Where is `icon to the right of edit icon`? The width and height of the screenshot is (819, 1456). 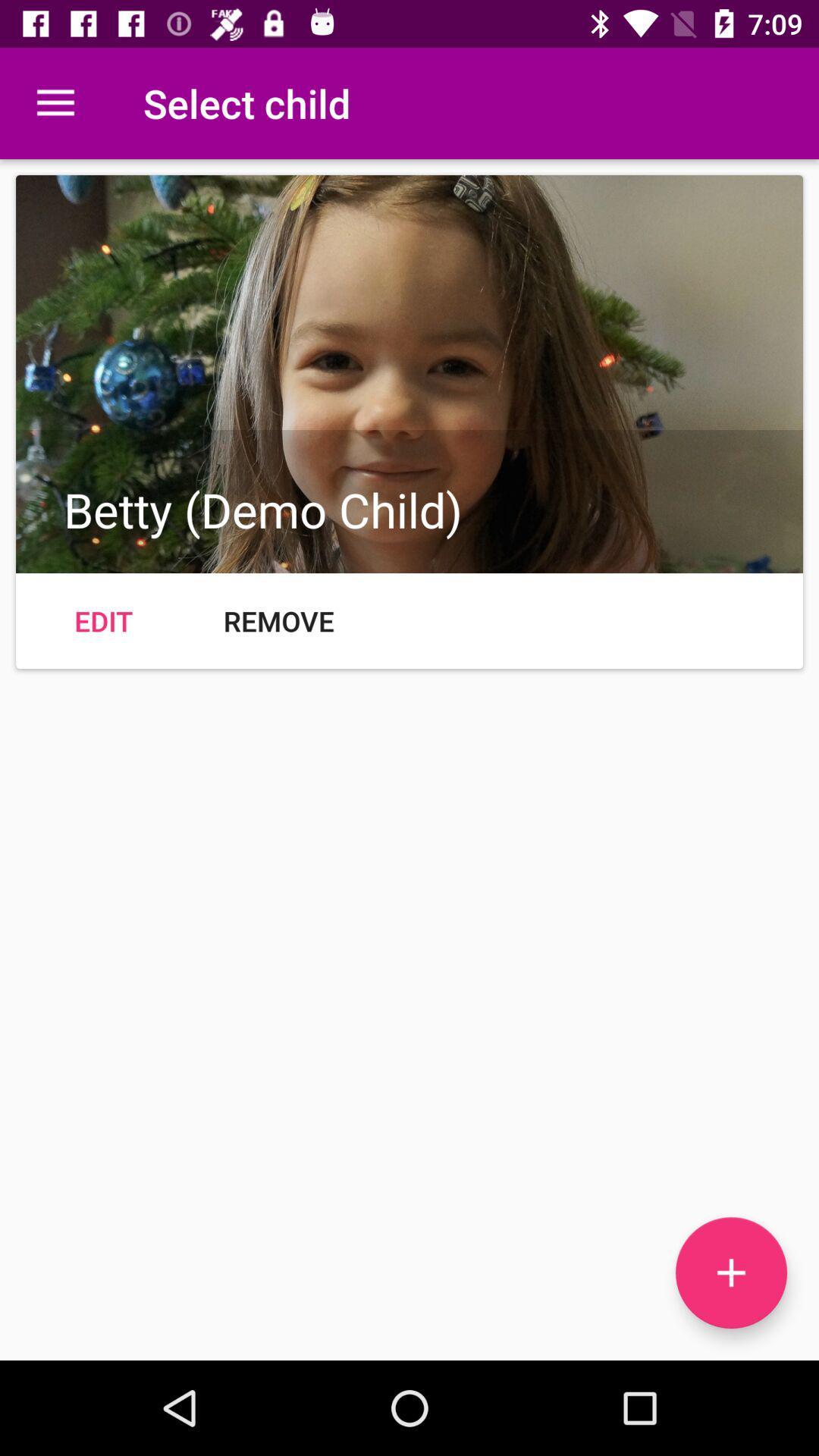 icon to the right of edit icon is located at coordinates (278, 621).